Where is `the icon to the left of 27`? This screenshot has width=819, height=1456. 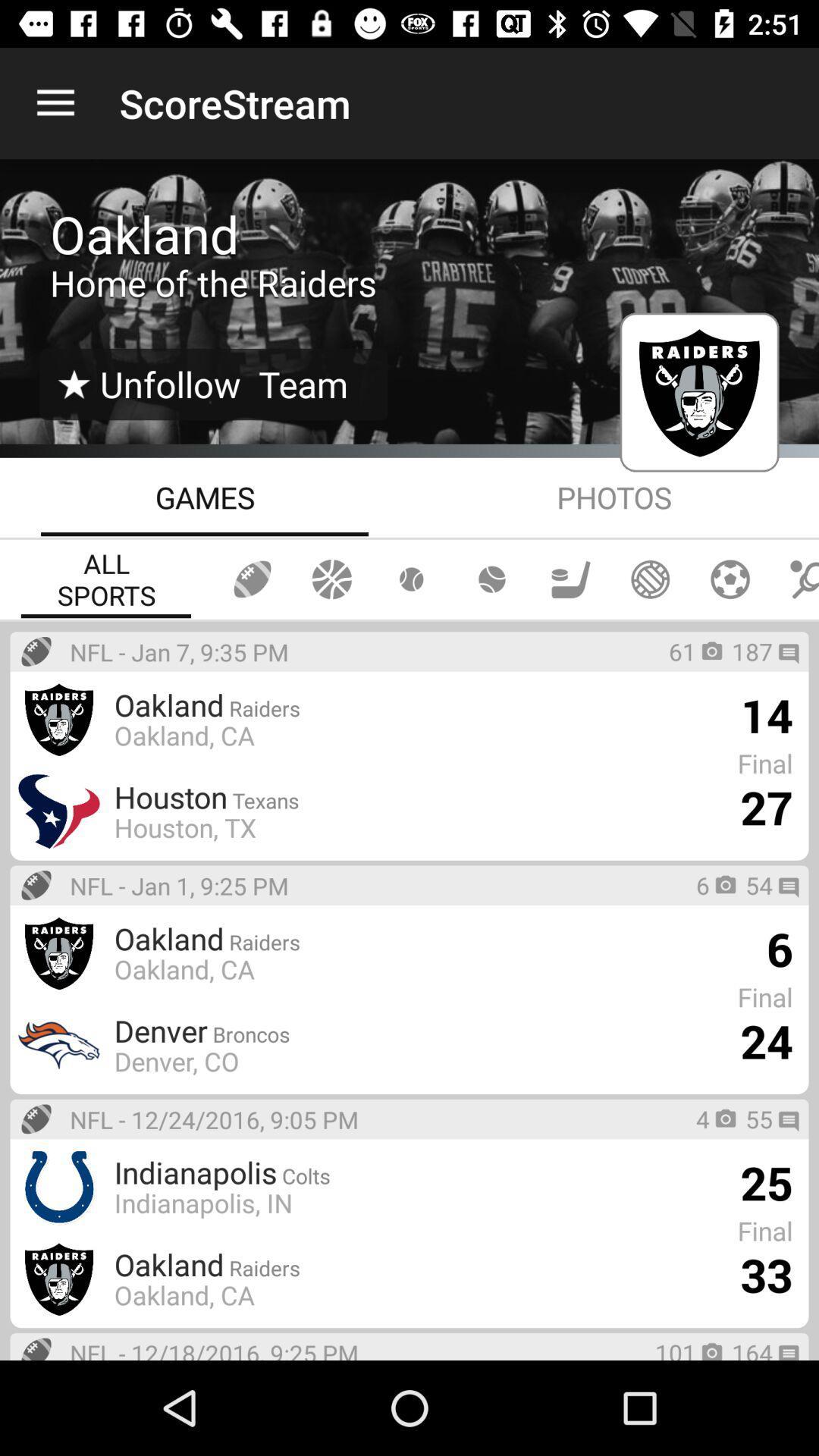 the icon to the left of 27 is located at coordinates (184, 827).